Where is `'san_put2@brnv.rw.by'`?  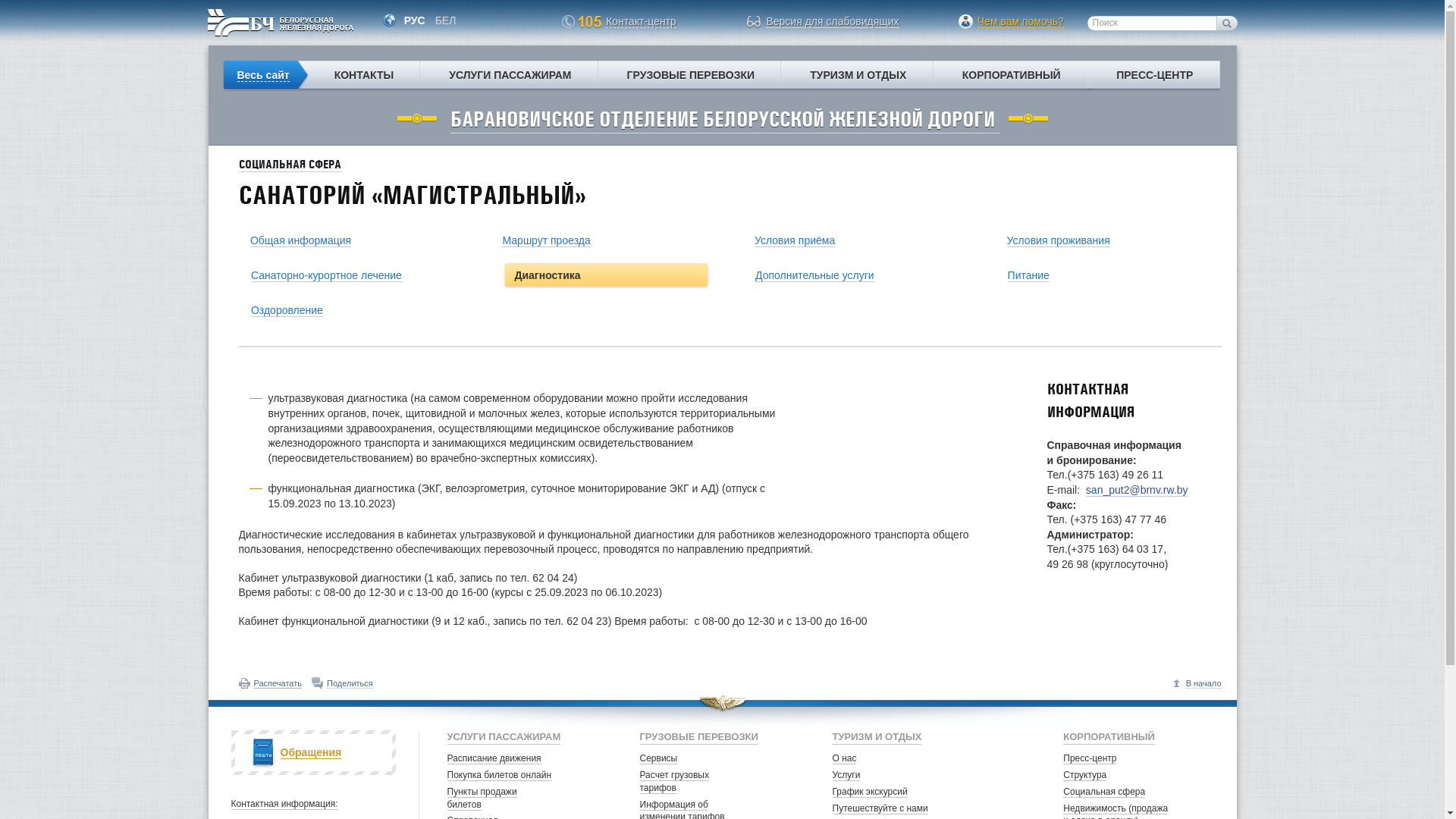
'san_put2@brnv.rw.by' is located at coordinates (1137, 490).